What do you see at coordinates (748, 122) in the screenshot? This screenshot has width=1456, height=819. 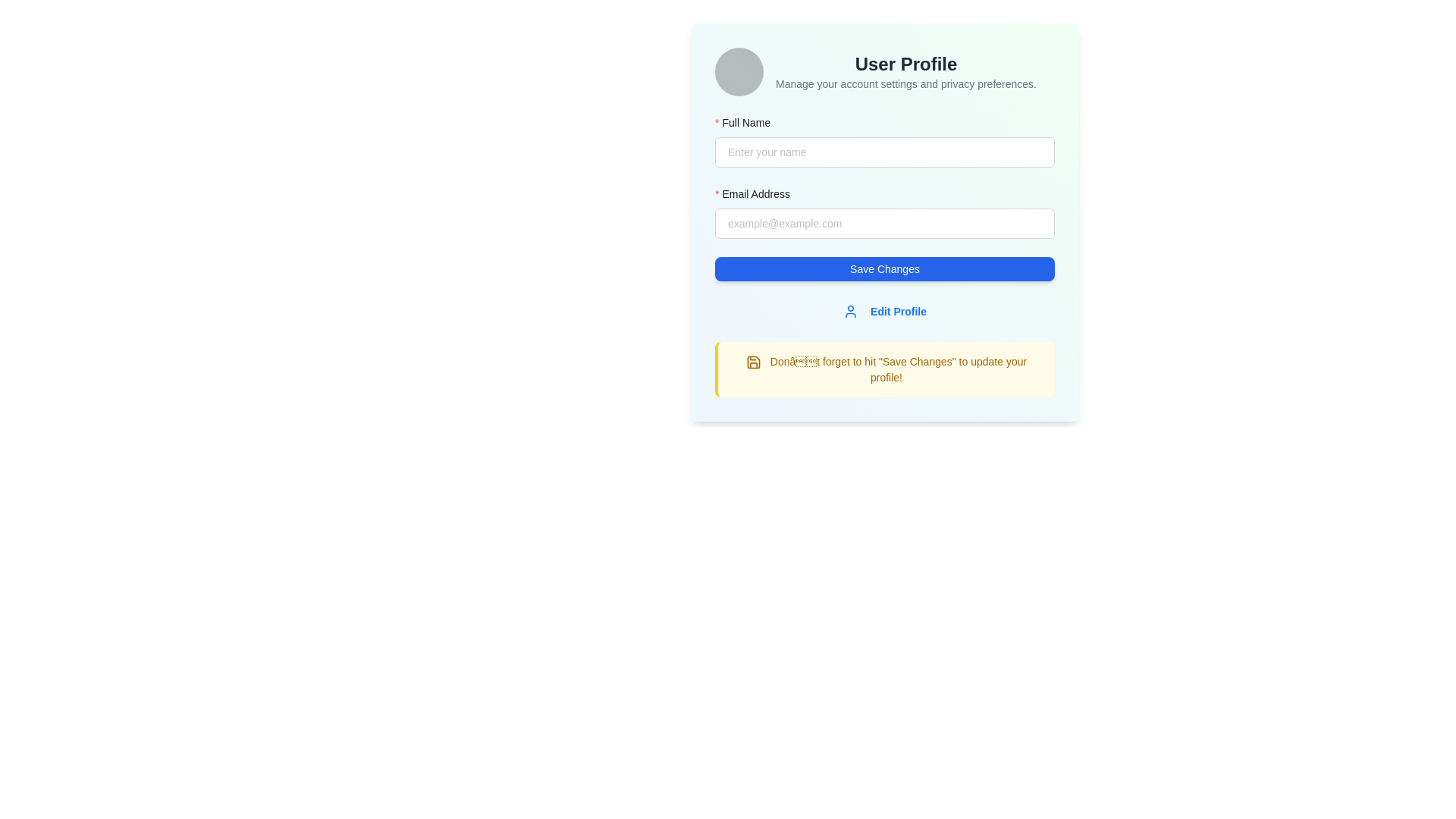 I see `the Text label that describes the input field for entering a full name, located near the top-left of the form area` at bounding box center [748, 122].